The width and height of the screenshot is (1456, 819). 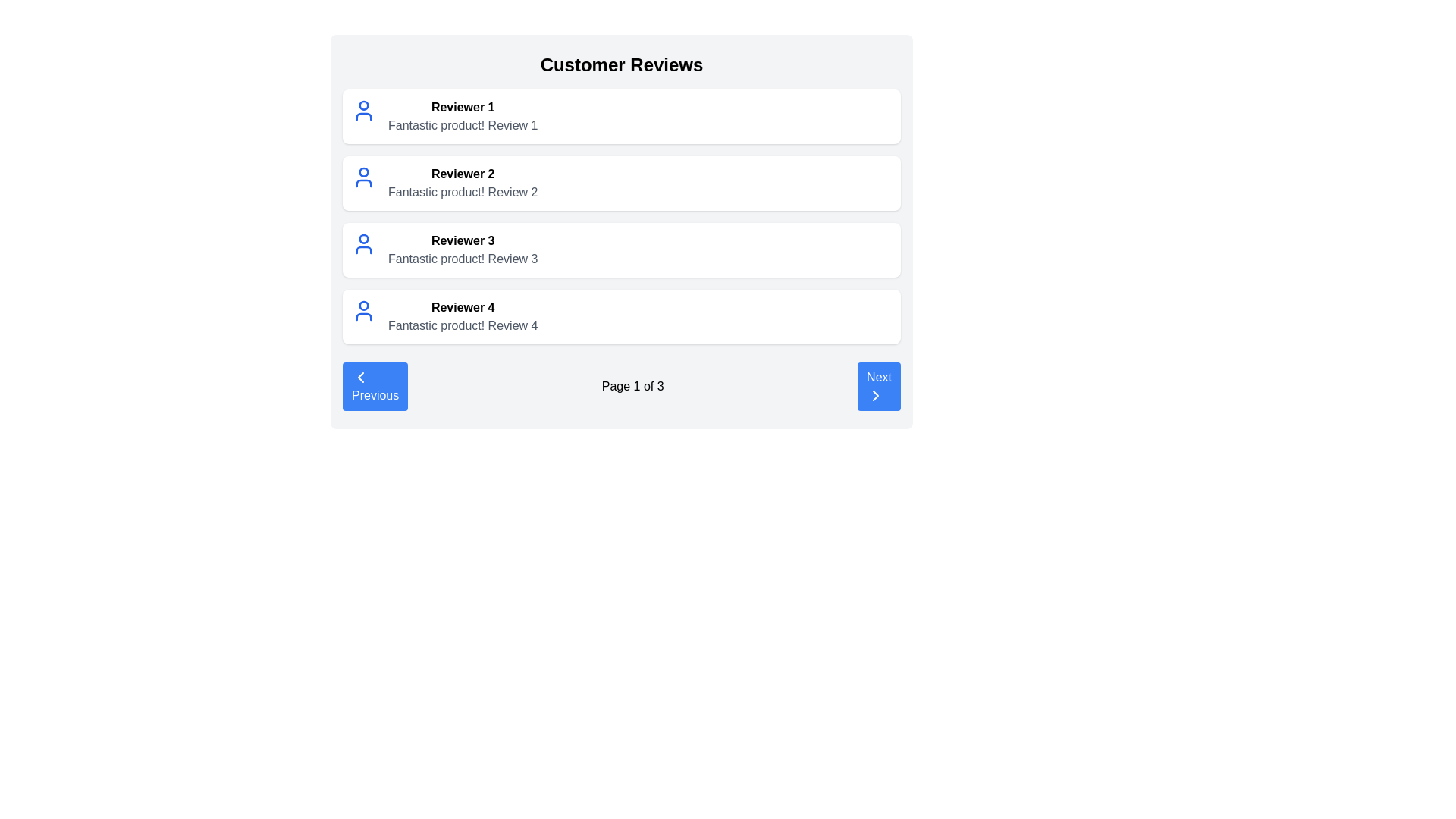 What do you see at coordinates (462, 325) in the screenshot?
I see `content displayed in the text area under 'Reviewer 4', which presents the review text` at bounding box center [462, 325].